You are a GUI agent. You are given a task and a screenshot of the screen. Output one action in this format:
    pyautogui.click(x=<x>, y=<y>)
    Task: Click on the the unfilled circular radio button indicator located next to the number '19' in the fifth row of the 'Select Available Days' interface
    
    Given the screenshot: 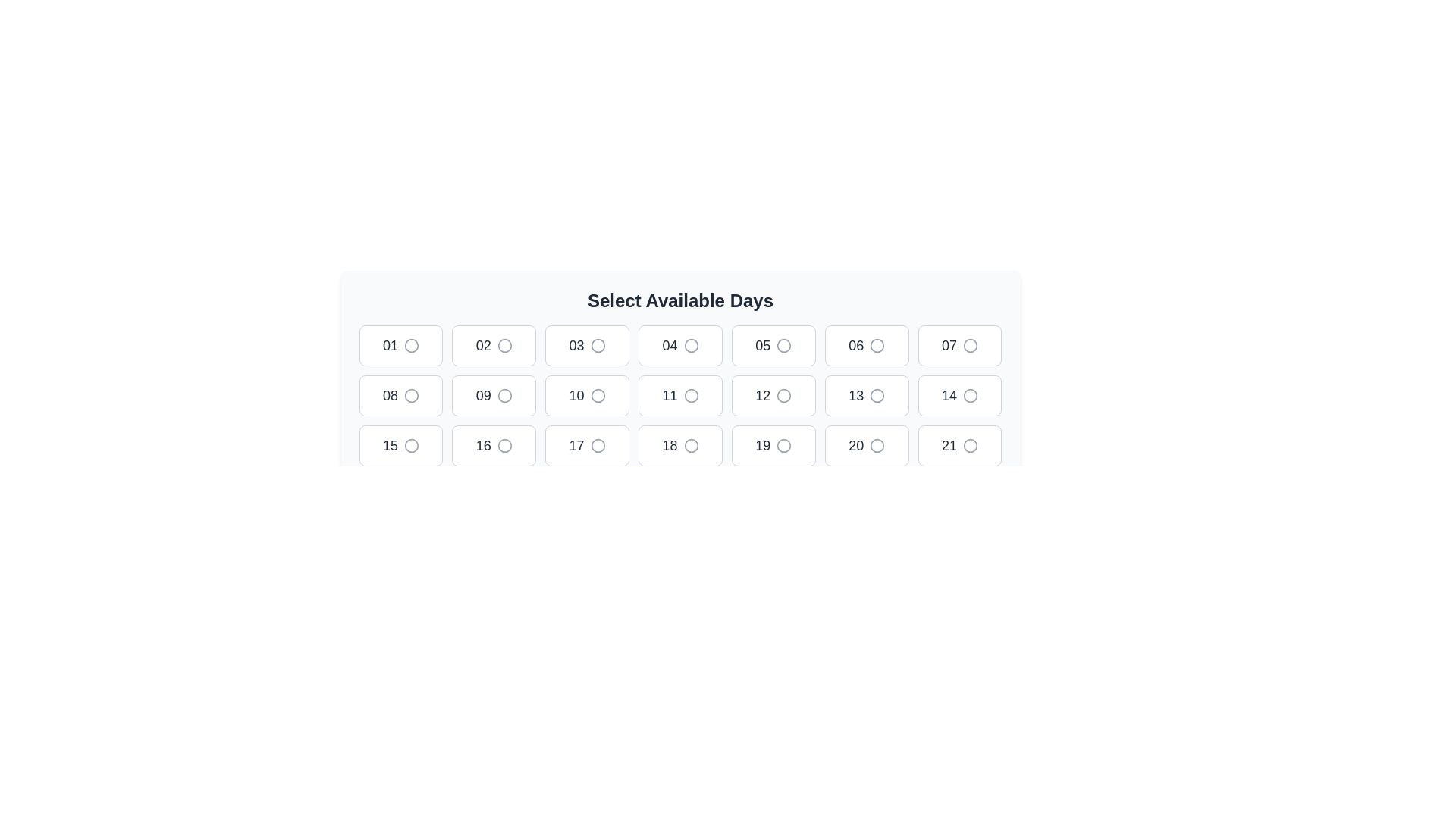 What is the action you would take?
    pyautogui.click(x=784, y=444)
    